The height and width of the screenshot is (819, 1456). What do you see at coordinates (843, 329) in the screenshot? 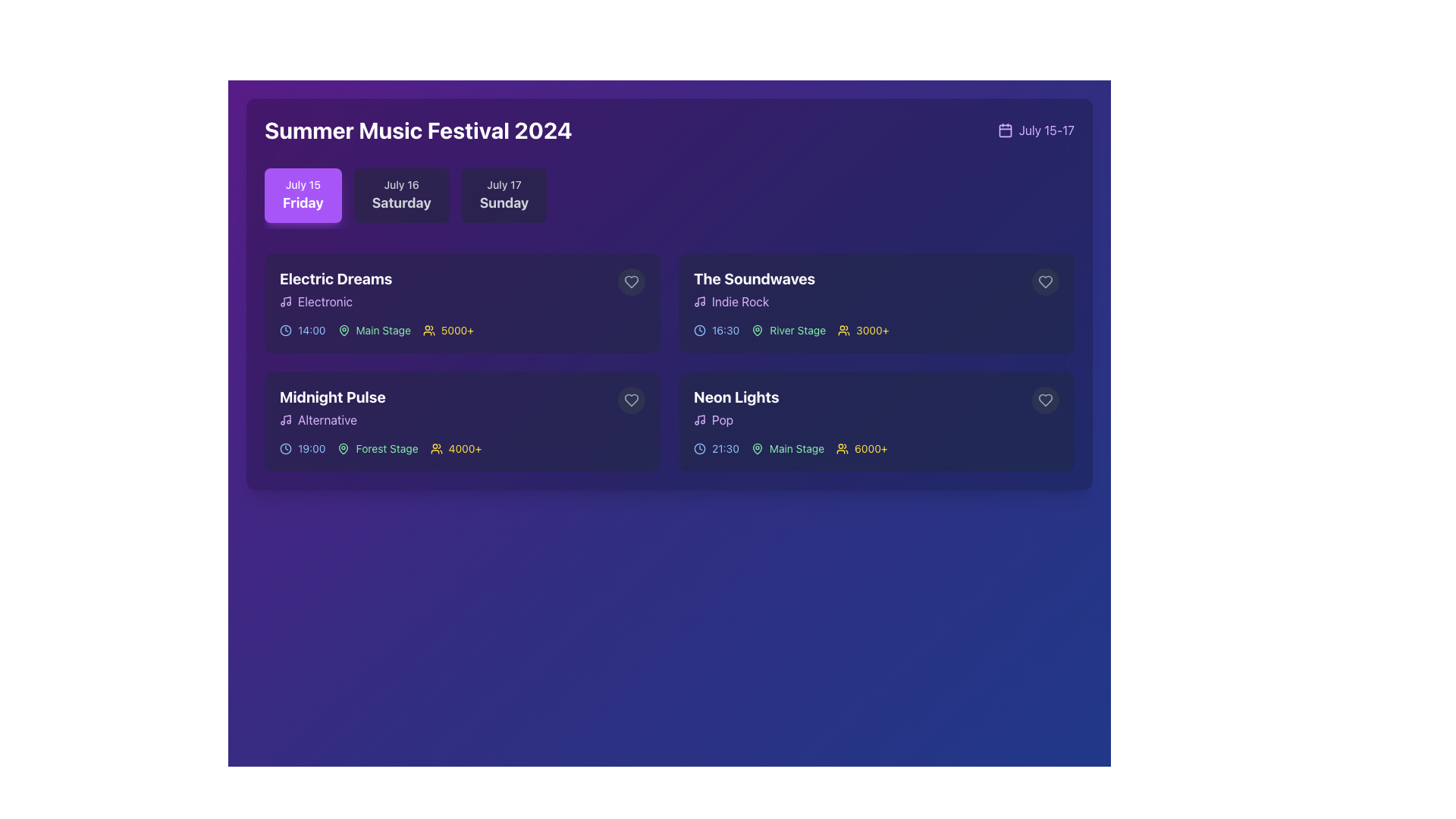
I see `the icon representing the audience count for the event labeled 'The Soundwaves', which is located directly to the left of the '3000+' text` at bounding box center [843, 329].